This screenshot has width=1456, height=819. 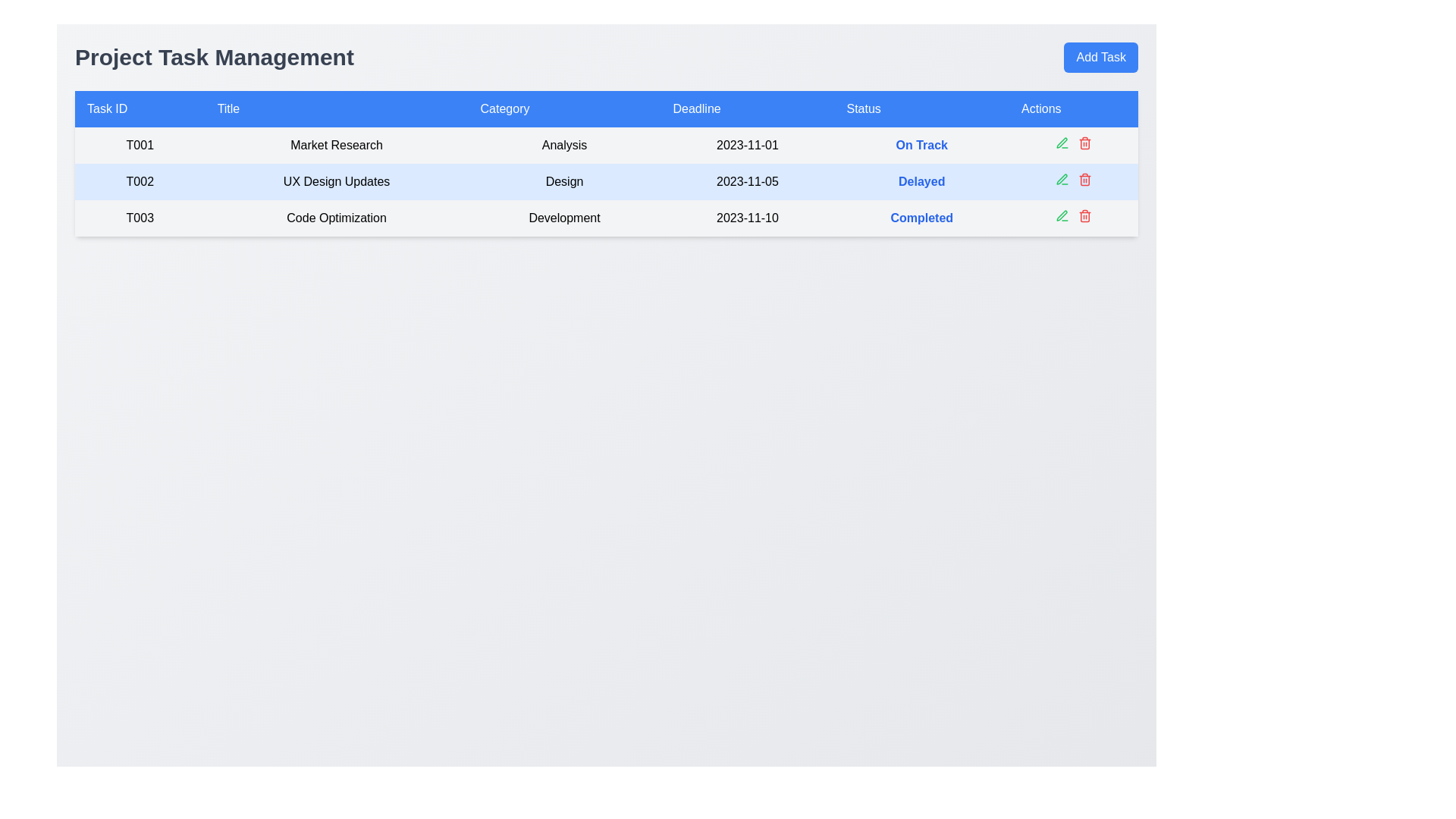 I want to click on the Text label that denotes the title of the task, associated with Task ID 'T001' in the 'Title' column of the table layout, so click(x=336, y=146).